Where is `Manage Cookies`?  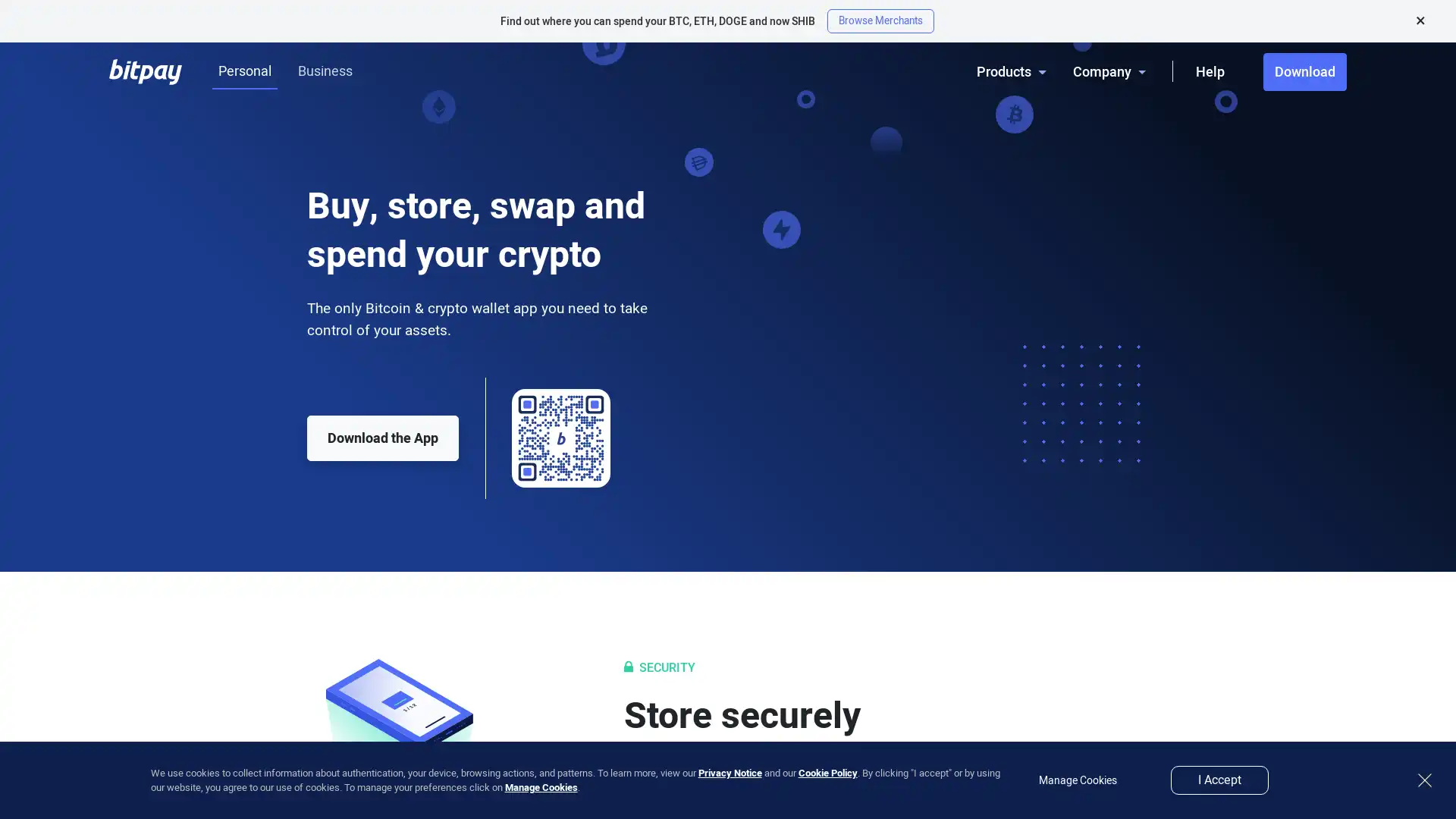
Manage Cookies is located at coordinates (1077, 780).